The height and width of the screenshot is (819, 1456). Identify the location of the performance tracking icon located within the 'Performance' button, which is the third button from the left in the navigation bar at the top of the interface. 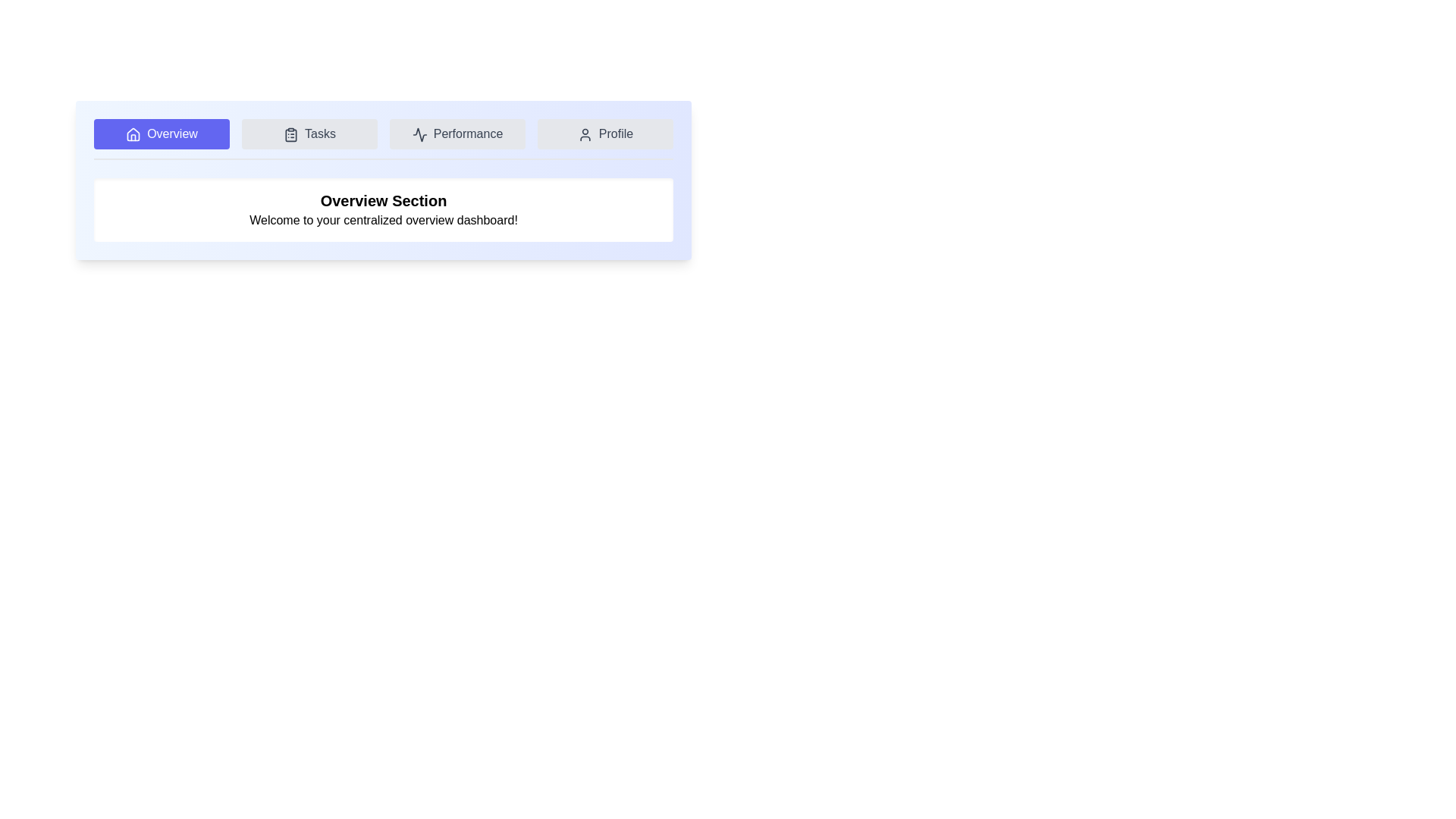
(419, 133).